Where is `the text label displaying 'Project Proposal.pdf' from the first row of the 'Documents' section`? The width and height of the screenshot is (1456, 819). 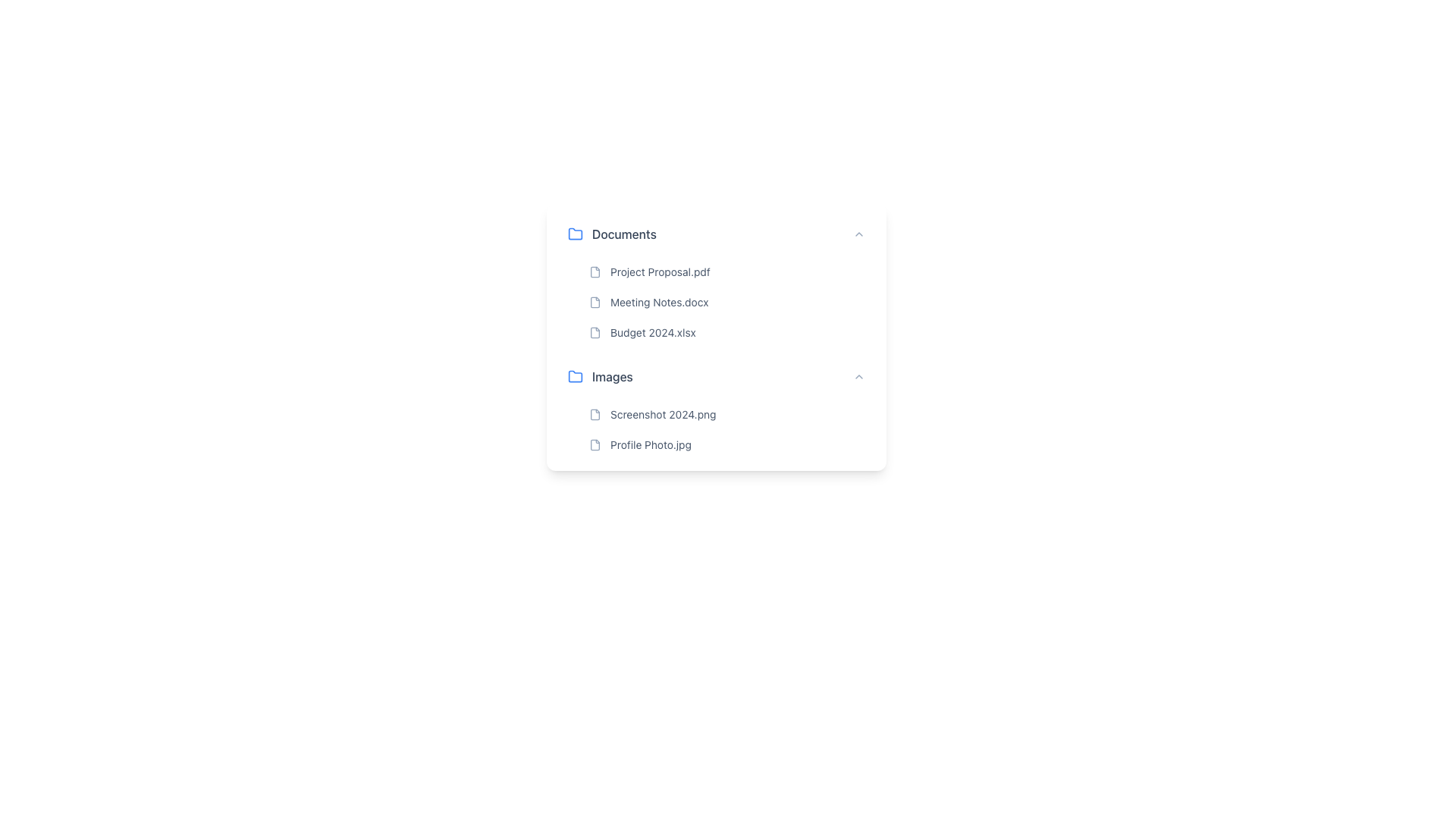
the text label displaying 'Project Proposal.pdf' from the first row of the 'Documents' section is located at coordinates (660, 271).